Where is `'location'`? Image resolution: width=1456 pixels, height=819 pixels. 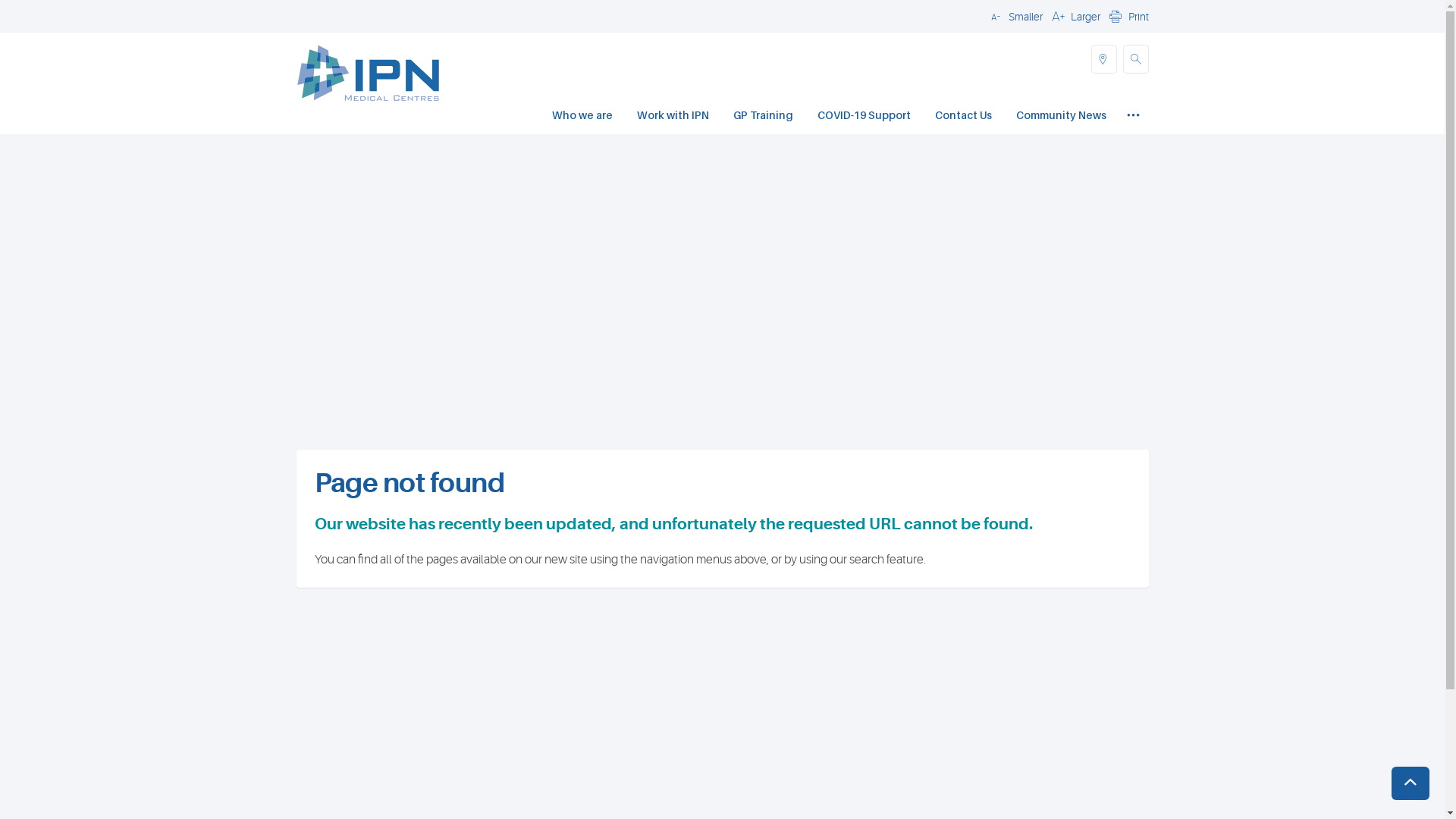
'location' is located at coordinates (1090, 58).